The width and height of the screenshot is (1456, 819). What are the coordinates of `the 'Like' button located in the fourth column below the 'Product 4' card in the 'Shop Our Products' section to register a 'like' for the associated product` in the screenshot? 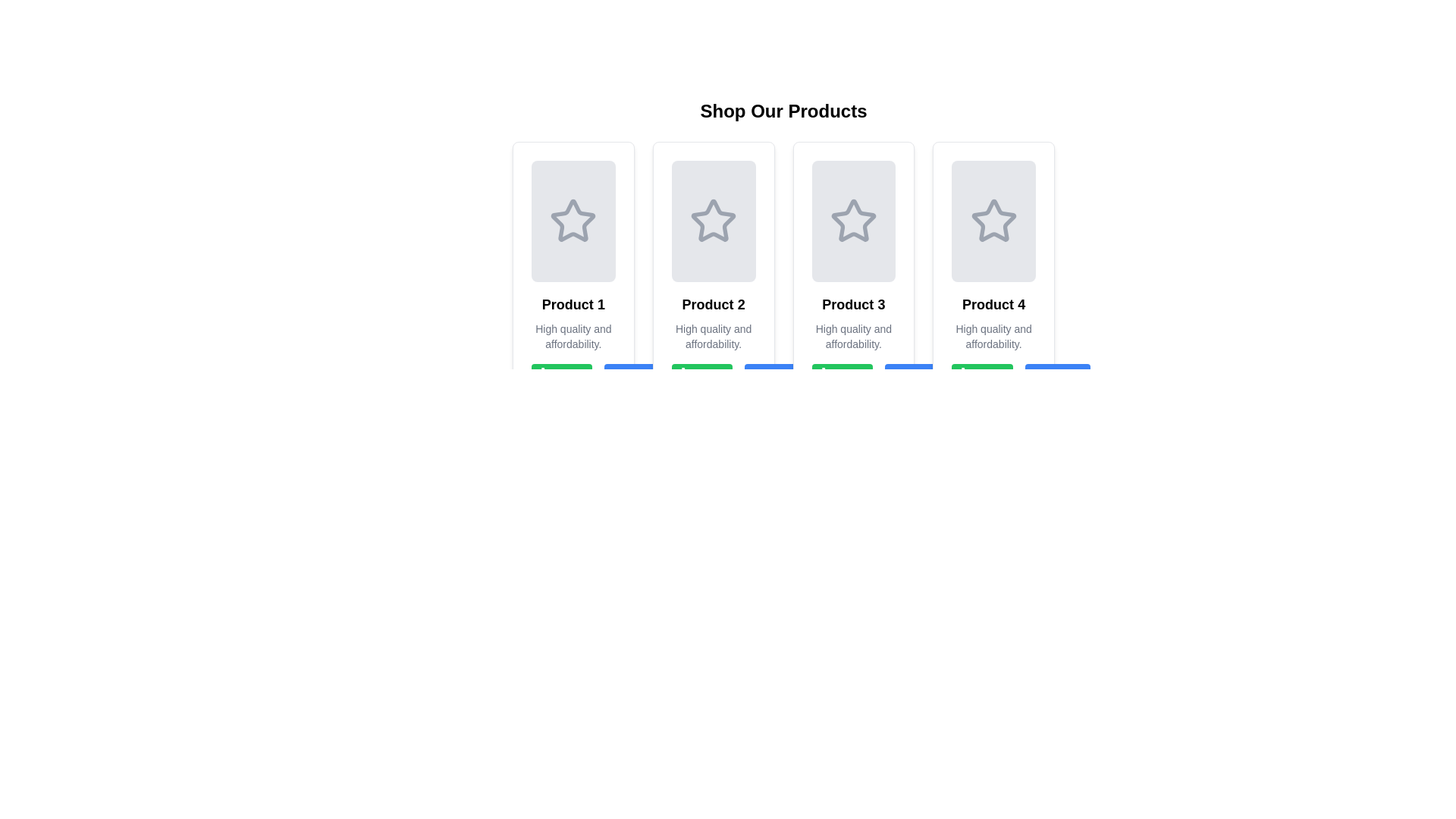 It's located at (993, 375).